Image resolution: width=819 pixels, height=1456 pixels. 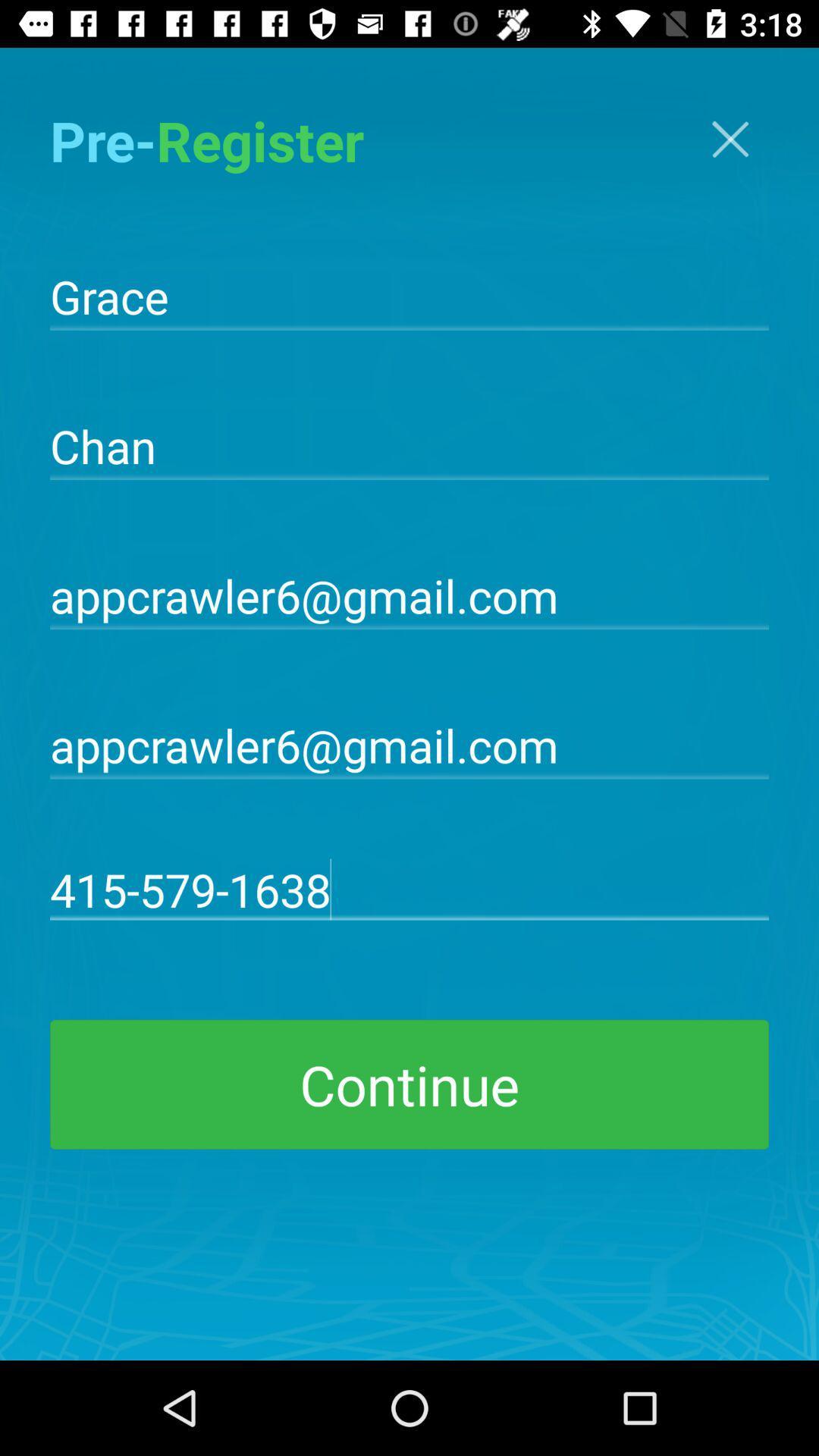 What do you see at coordinates (409, 295) in the screenshot?
I see `grace item` at bounding box center [409, 295].